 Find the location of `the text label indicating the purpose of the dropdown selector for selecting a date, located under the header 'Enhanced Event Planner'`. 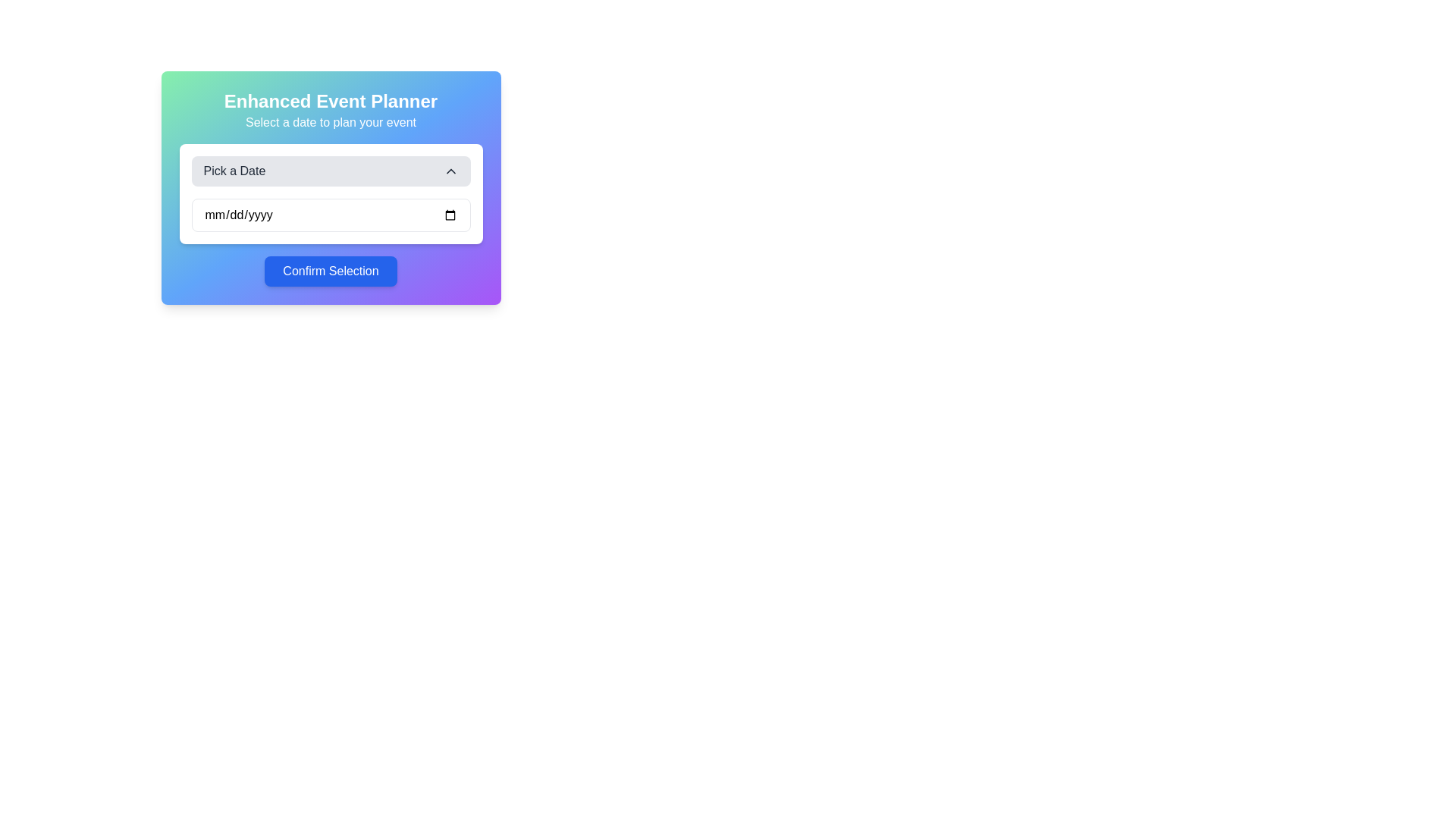

the text label indicating the purpose of the dropdown selector for selecting a date, located under the header 'Enhanced Event Planner' is located at coordinates (234, 171).